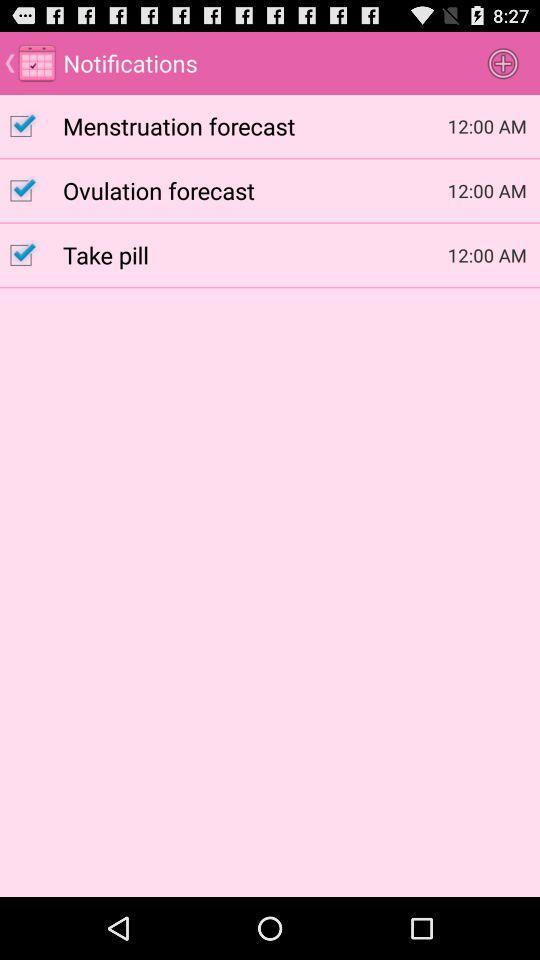  What do you see at coordinates (255, 190) in the screenshot?
I see `the ovulation forecast icon` at bounding box center [255, 190].